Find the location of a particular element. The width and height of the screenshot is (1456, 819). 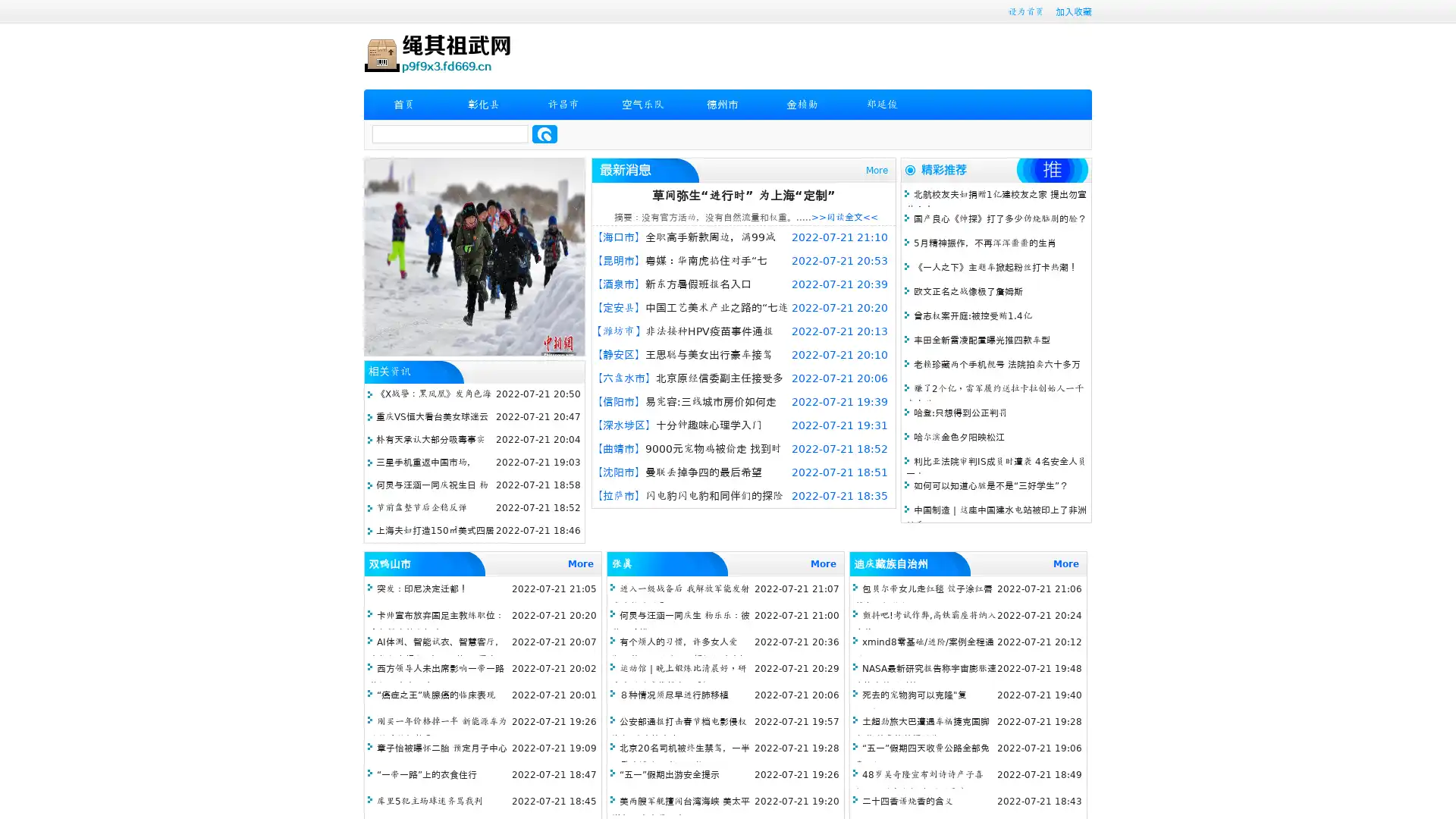

Search is located at coordinates (544, 133).